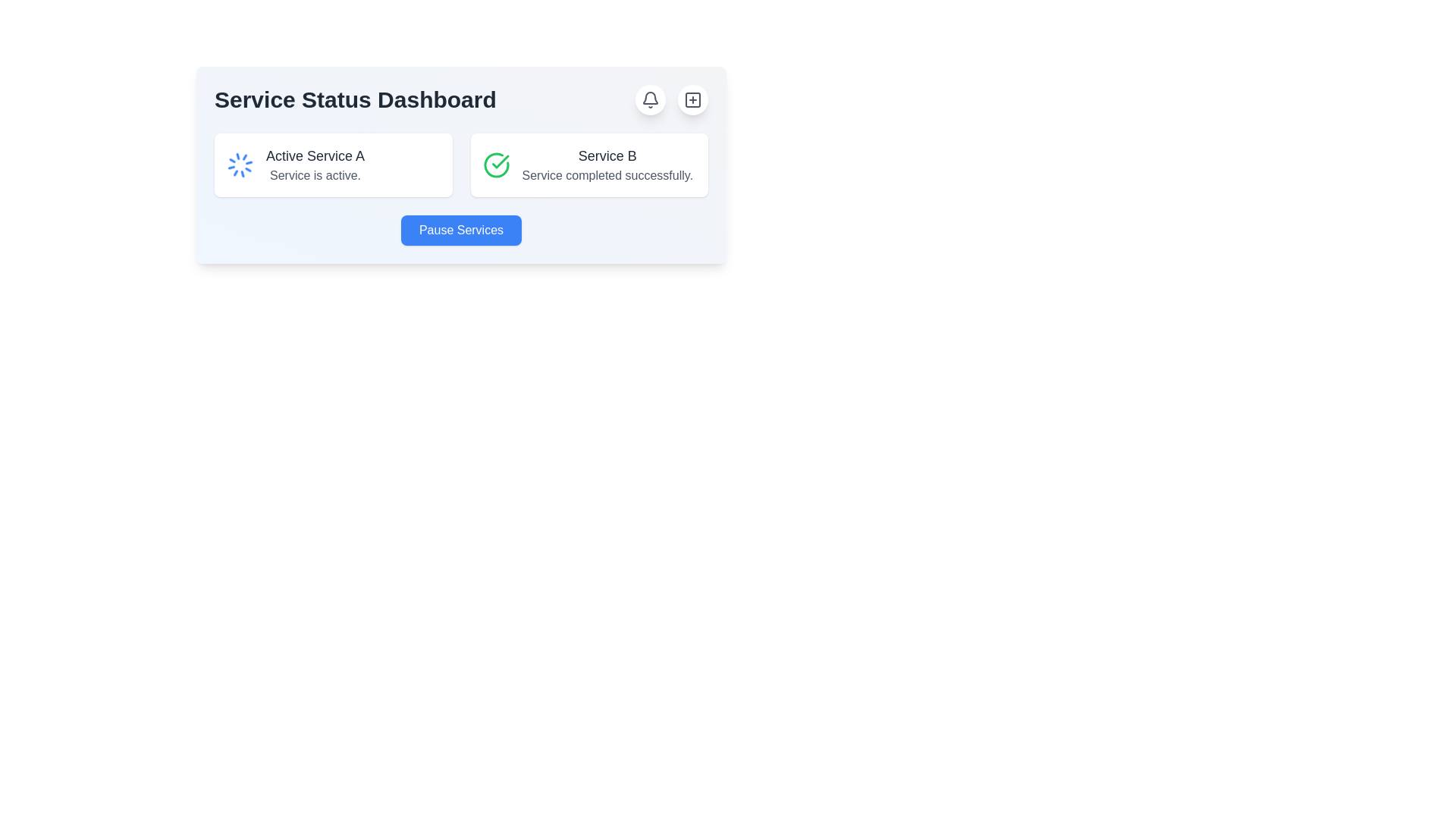  What do you see at coordinates (500, 162) in the screenshot?
I see `the green check-mark icon located in the top right of the 'Service B' status card on the dashboard` at bounding box center [500, 162].